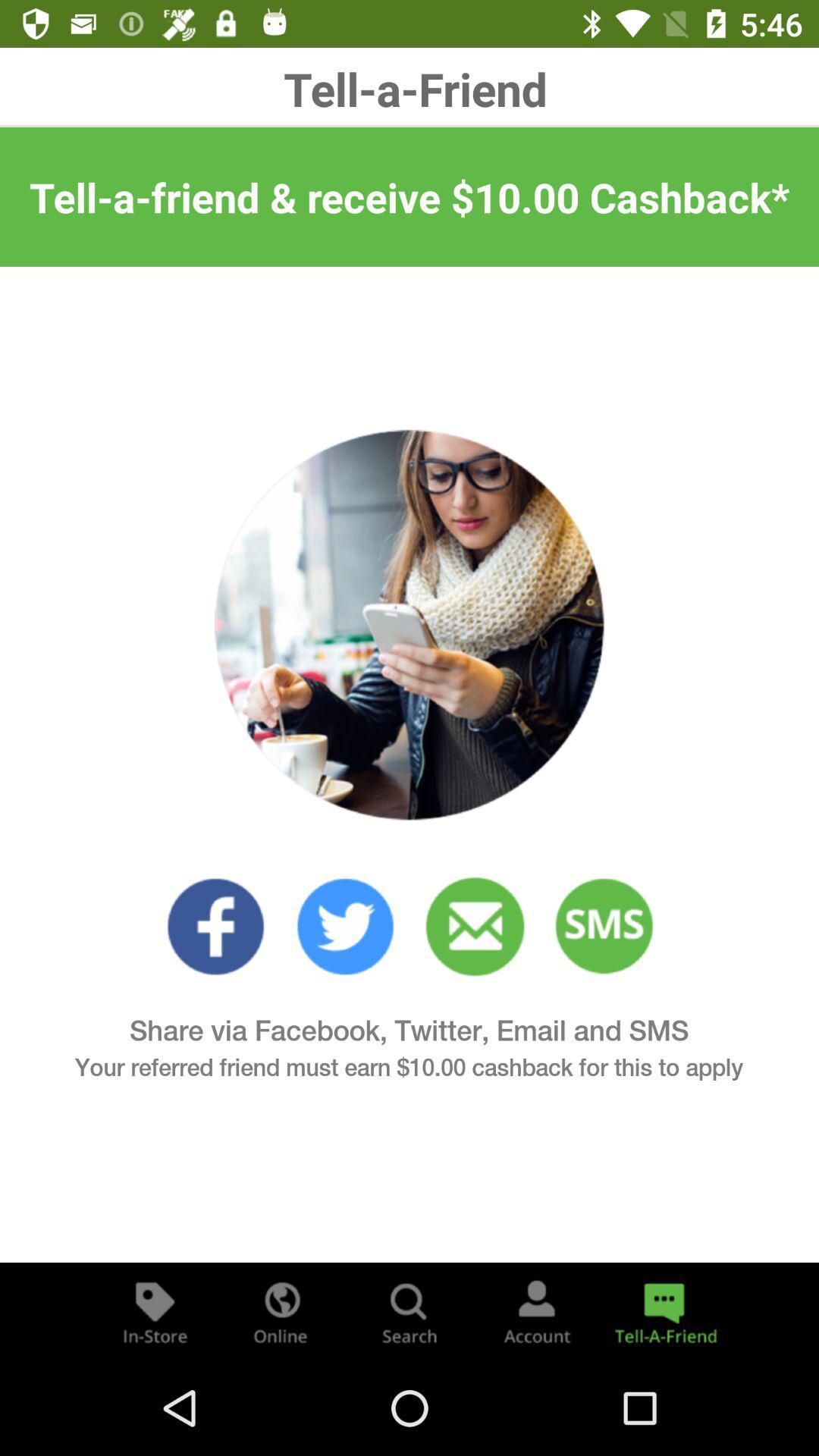  Describe the element at coordinates (281, 1310) in the screenshot. I see `the globe icon` at that location.